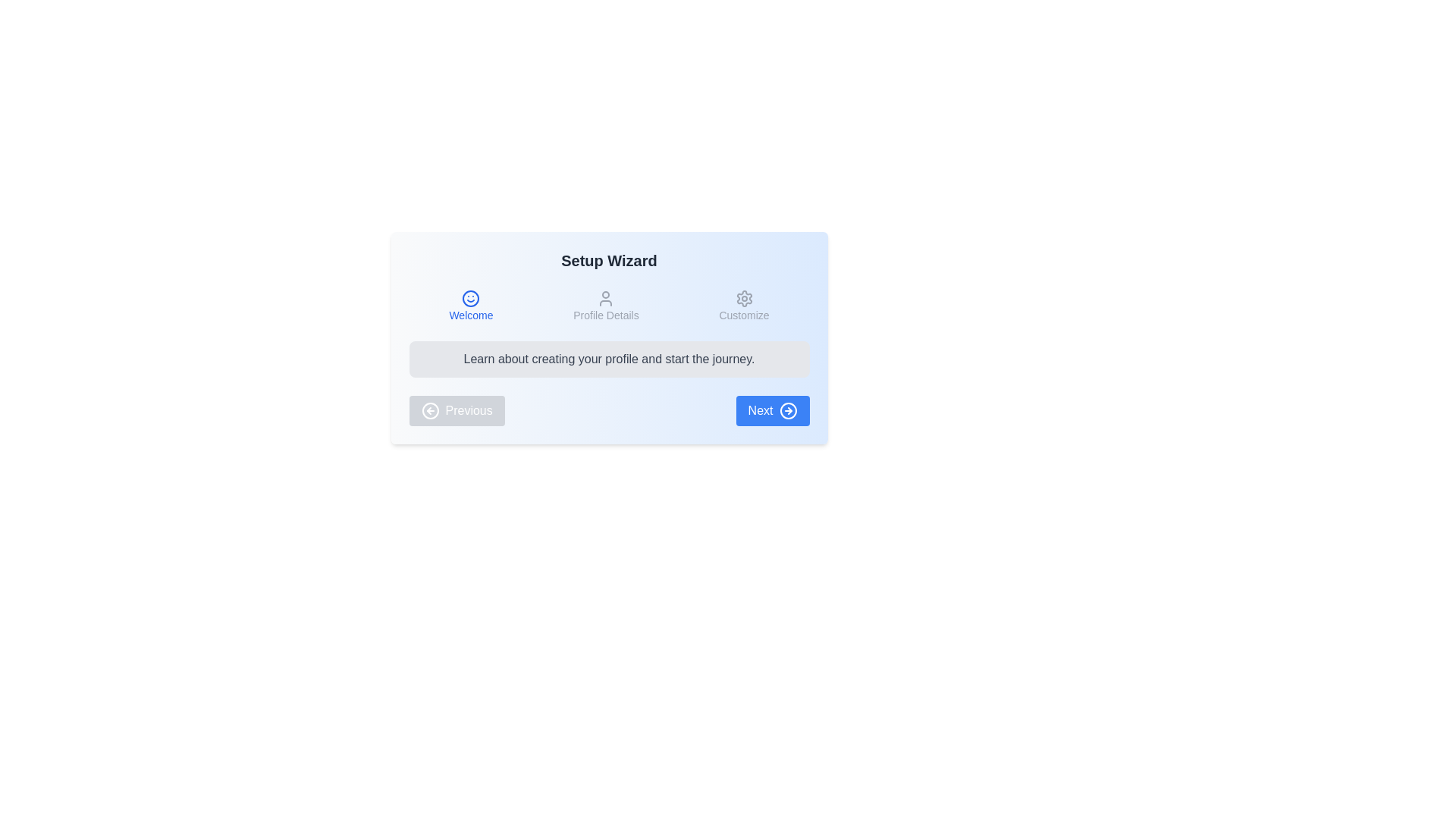 The height and width of the screenshot is (819, 1456). Describe the element at coordinates (744, 306) in the screenshot. I see `the 'Customize' button, which features a gear icon and is the third element in a horizontal sequence` at that location.